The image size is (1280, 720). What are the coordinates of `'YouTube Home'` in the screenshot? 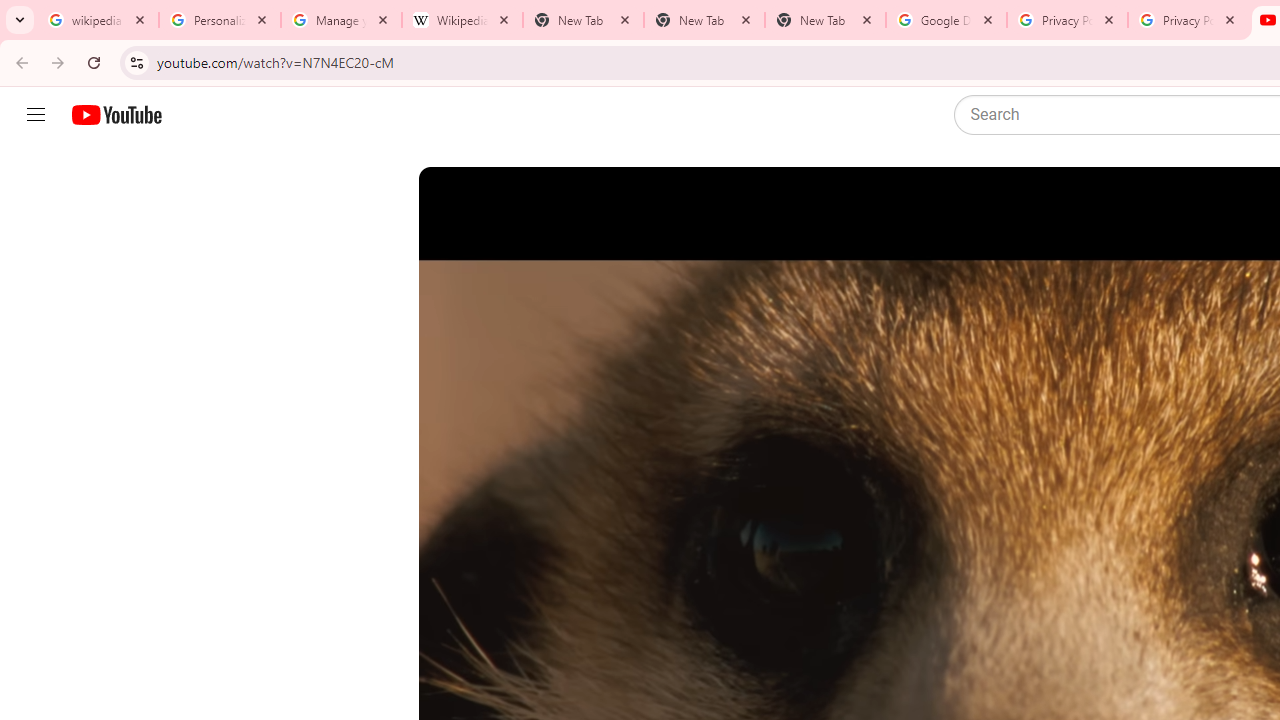 It's located at (115, 115).